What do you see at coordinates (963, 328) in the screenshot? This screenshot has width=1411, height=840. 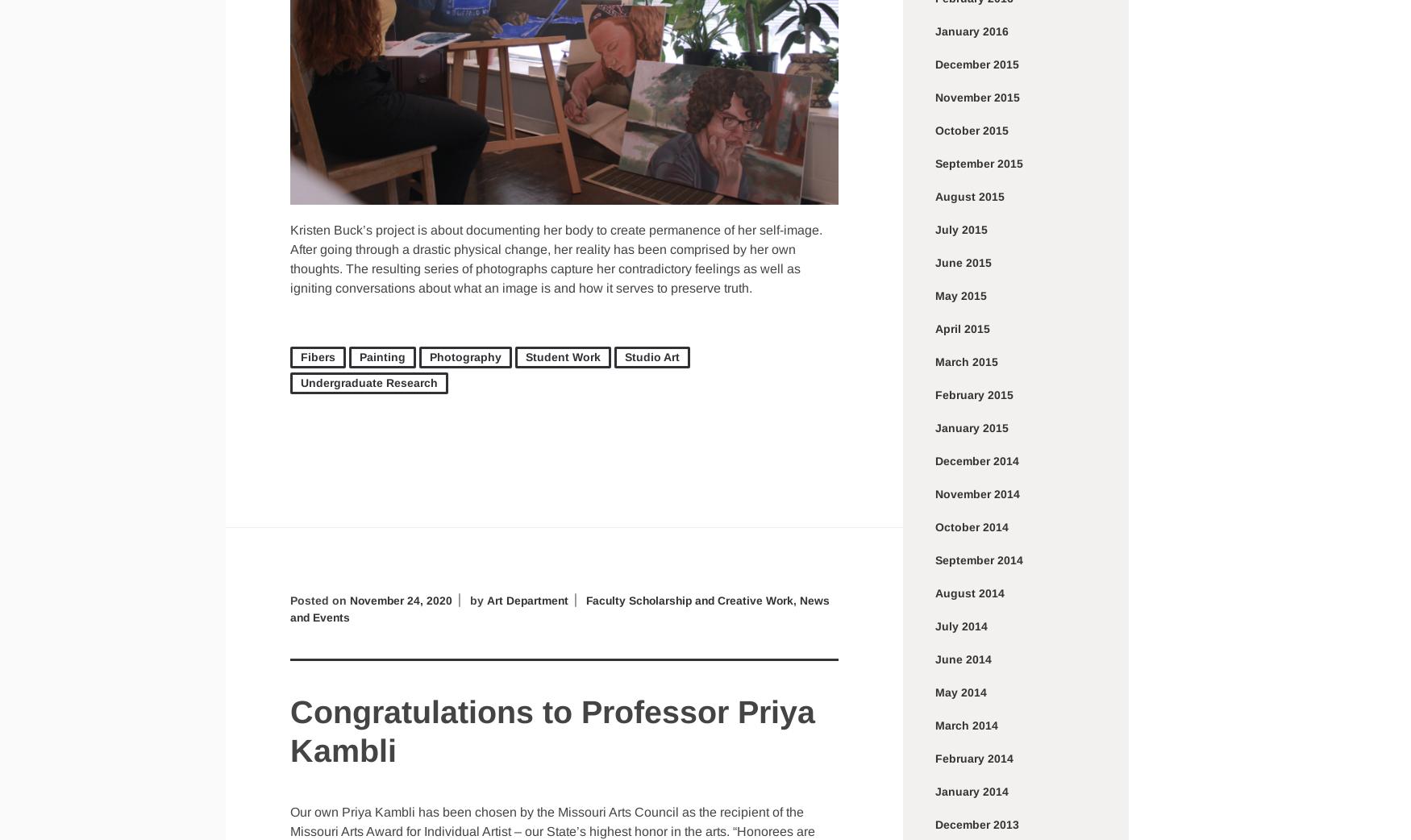 I see `'April 2015'` at bounding box center [963, 328].